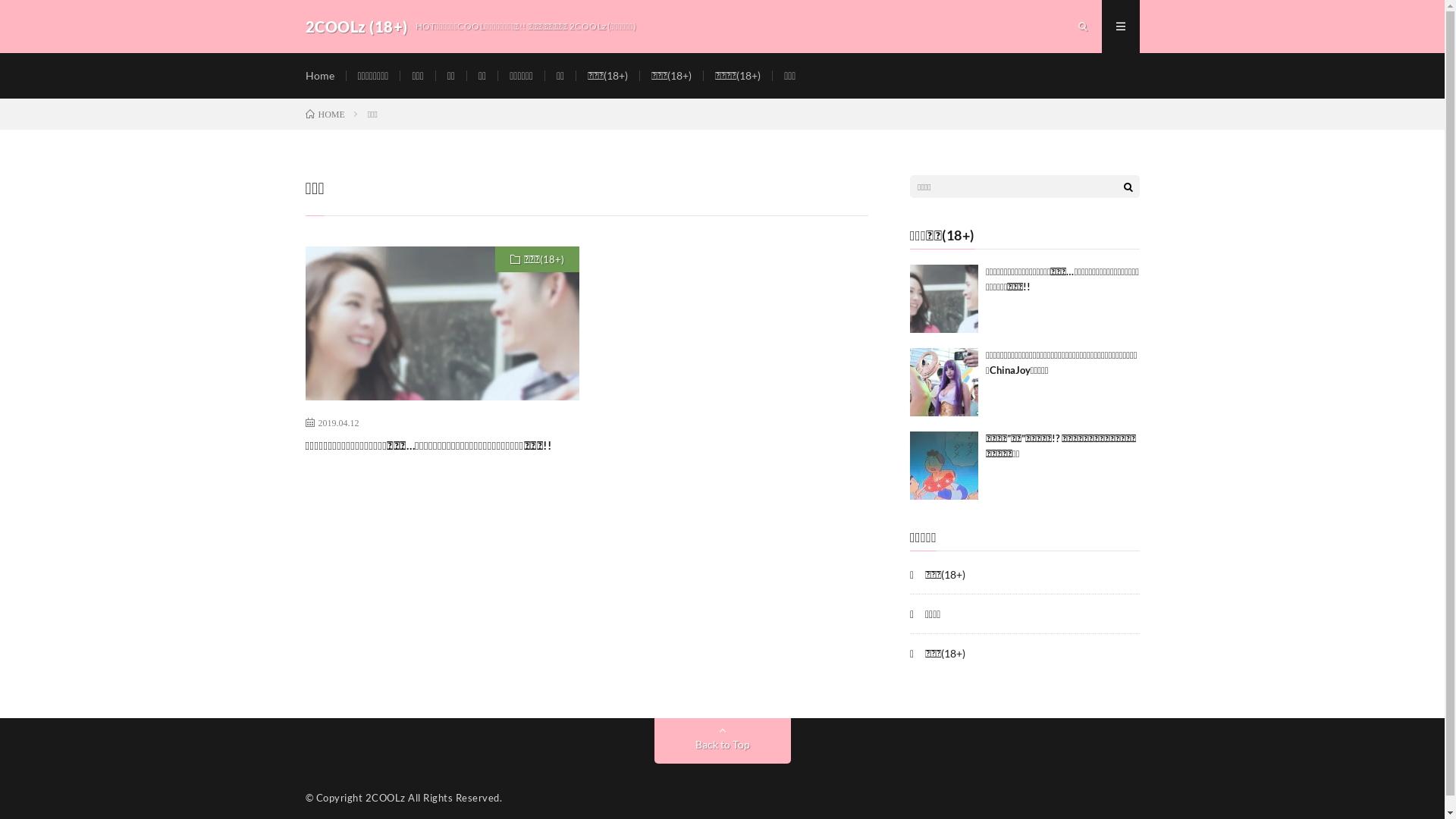  I want to click on '2COOLz (18+)', so click(355, 26).